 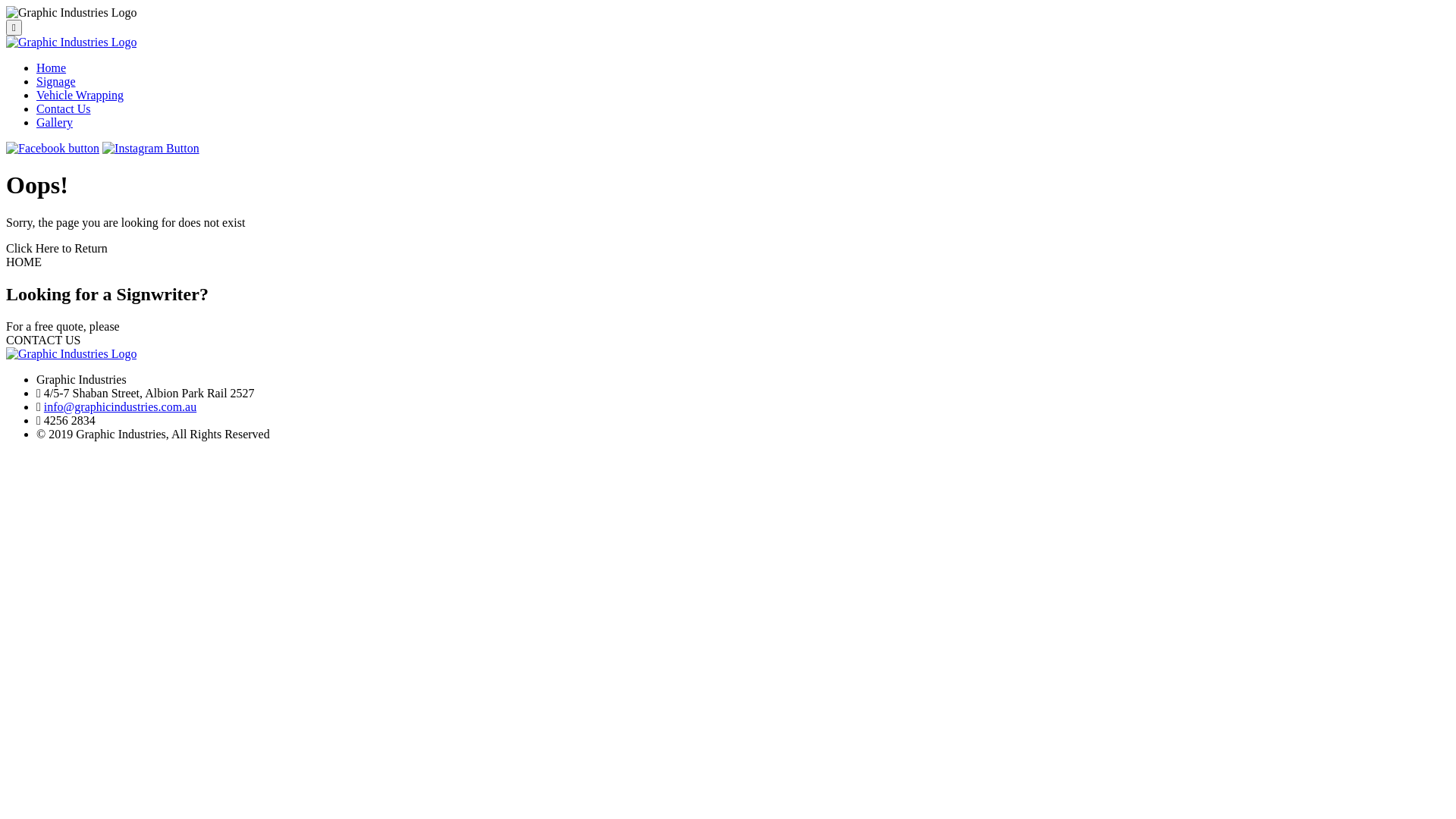 I want to click on 'For a free quote, please, so click(x=728, y=332).